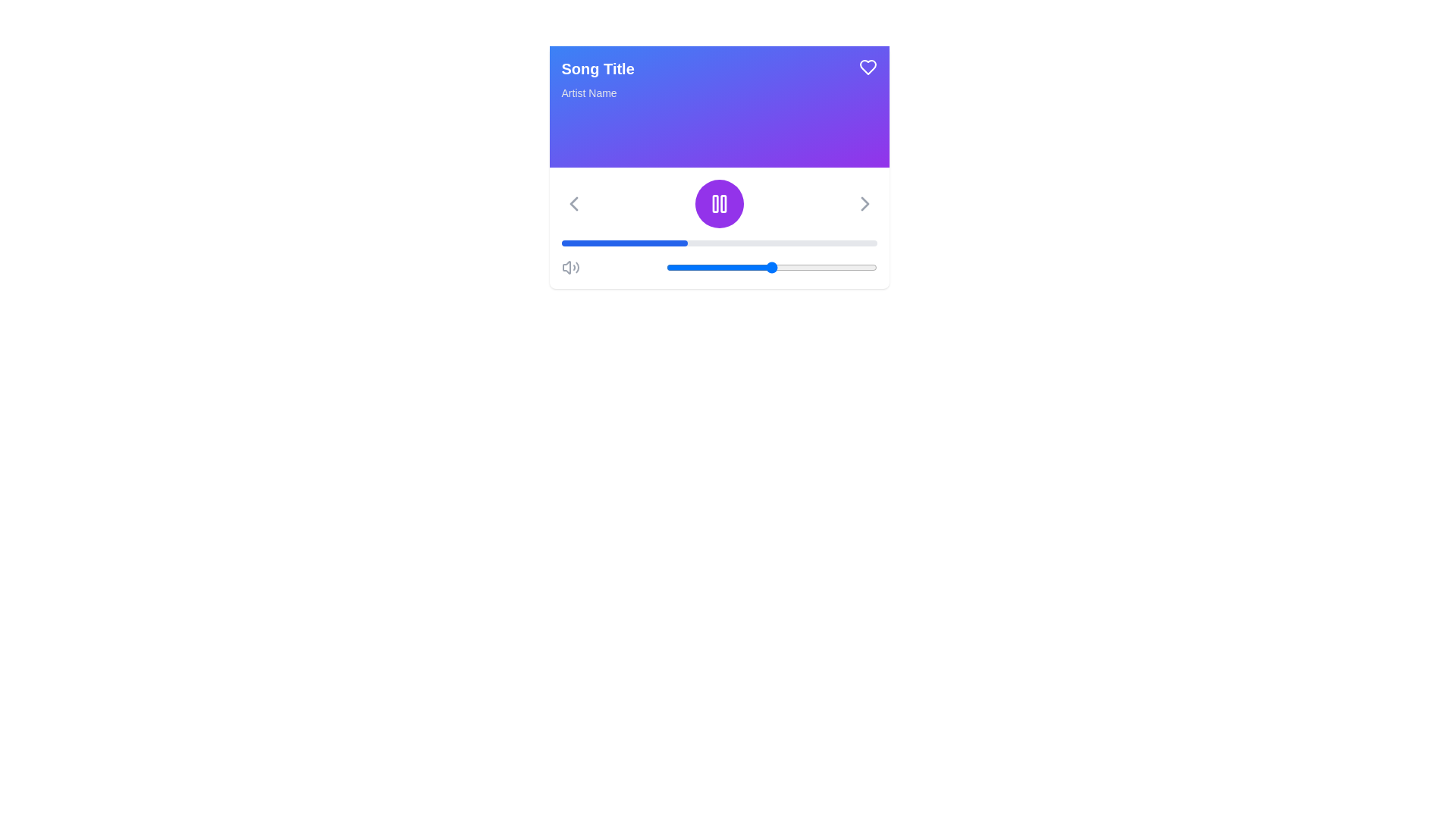  Describe the element at coordinates (738, 267) in the screenshot. I see `volume` at that location.